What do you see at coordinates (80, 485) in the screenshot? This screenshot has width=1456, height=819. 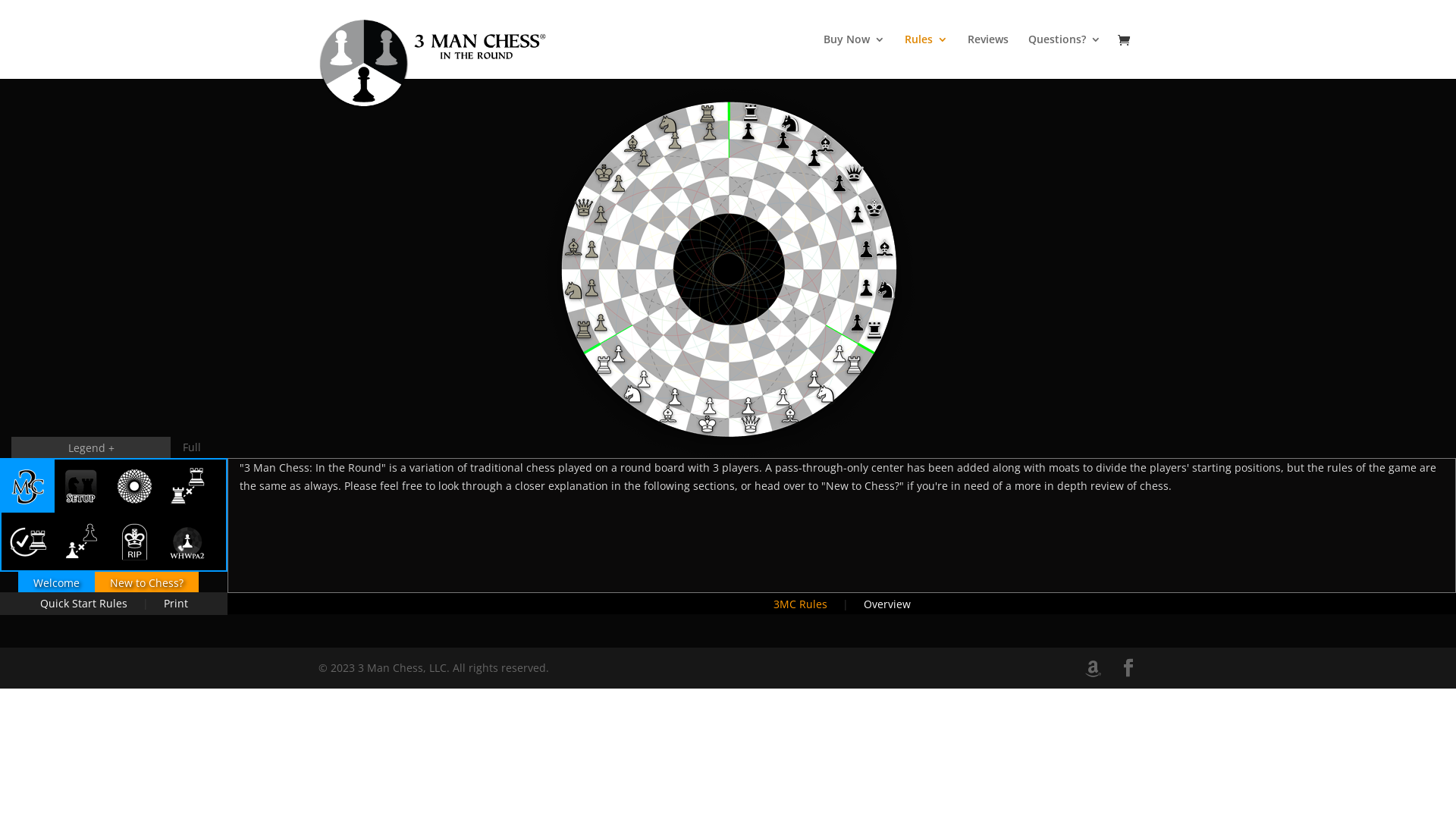 I see `'Setup'` at bounding box center [80, 485].